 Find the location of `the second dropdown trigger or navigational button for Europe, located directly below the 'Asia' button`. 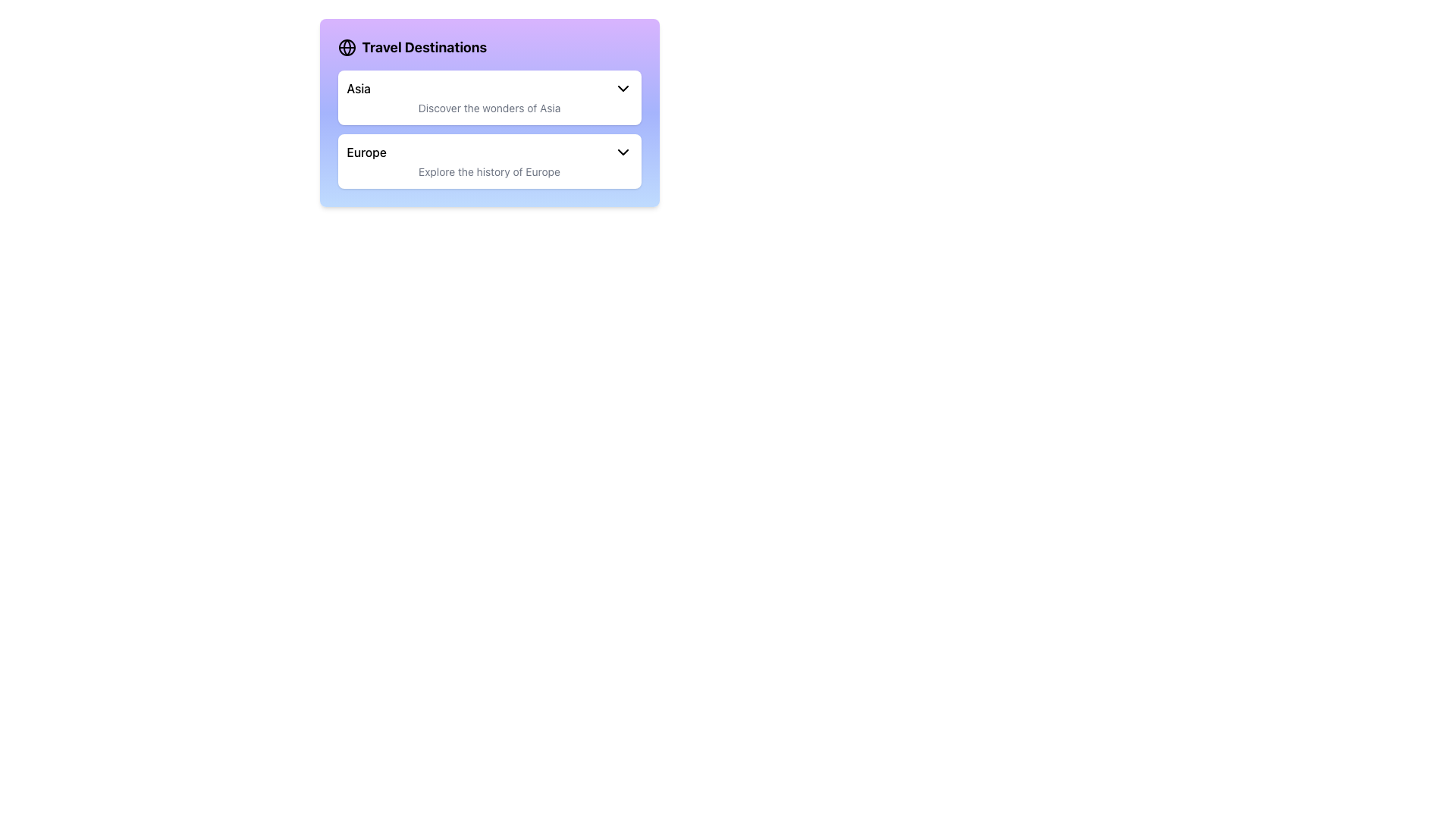

the second dropdown trigger or navigational button for Europe, located directly below the 'Asia' button is located at coordinates (489, 161).